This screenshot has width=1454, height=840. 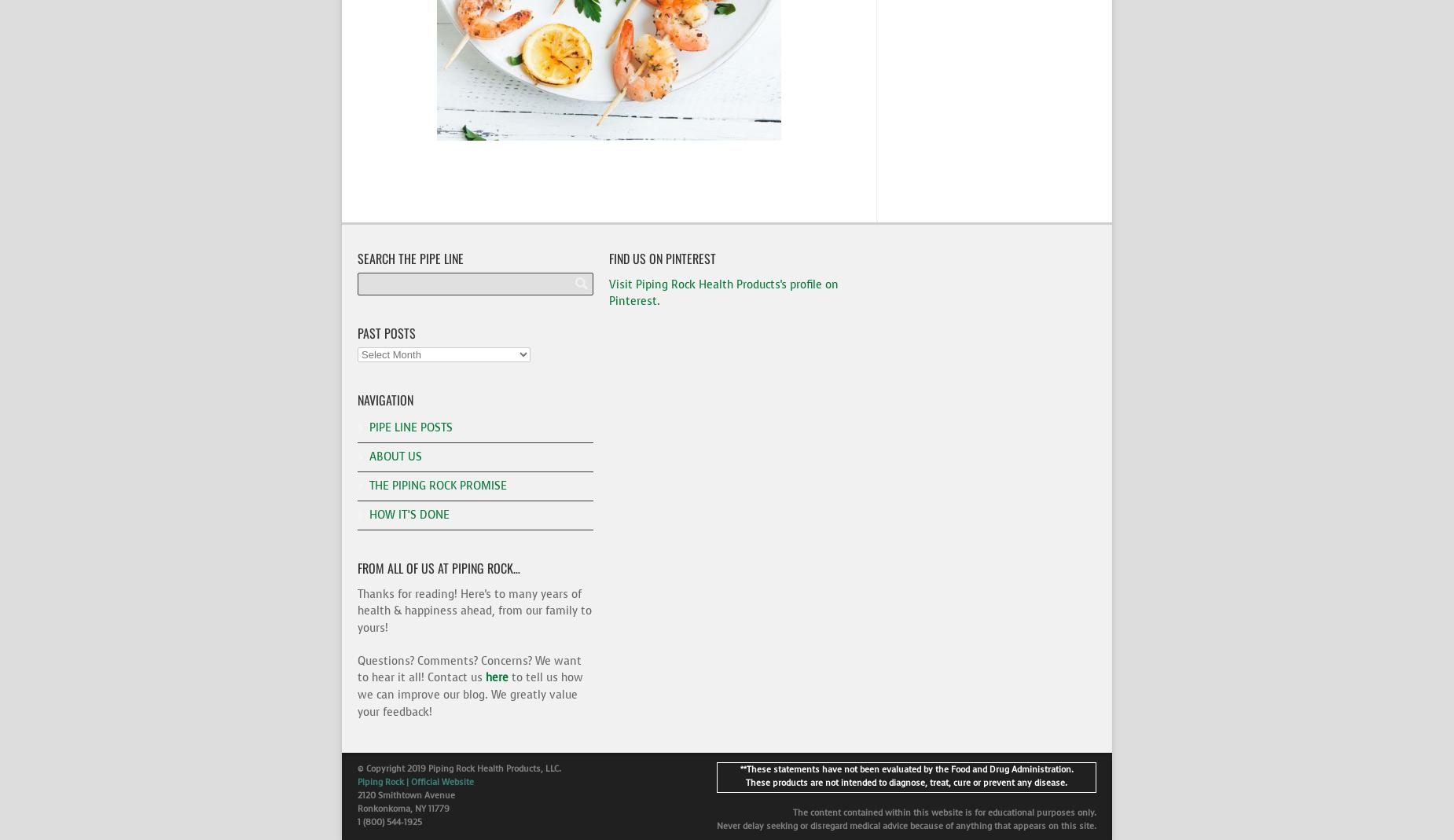 What do you see at coordinates (663, 257) in the screenshot?
I see `'FIND US ON PINTEREST'` at bounding box center [663, 257].